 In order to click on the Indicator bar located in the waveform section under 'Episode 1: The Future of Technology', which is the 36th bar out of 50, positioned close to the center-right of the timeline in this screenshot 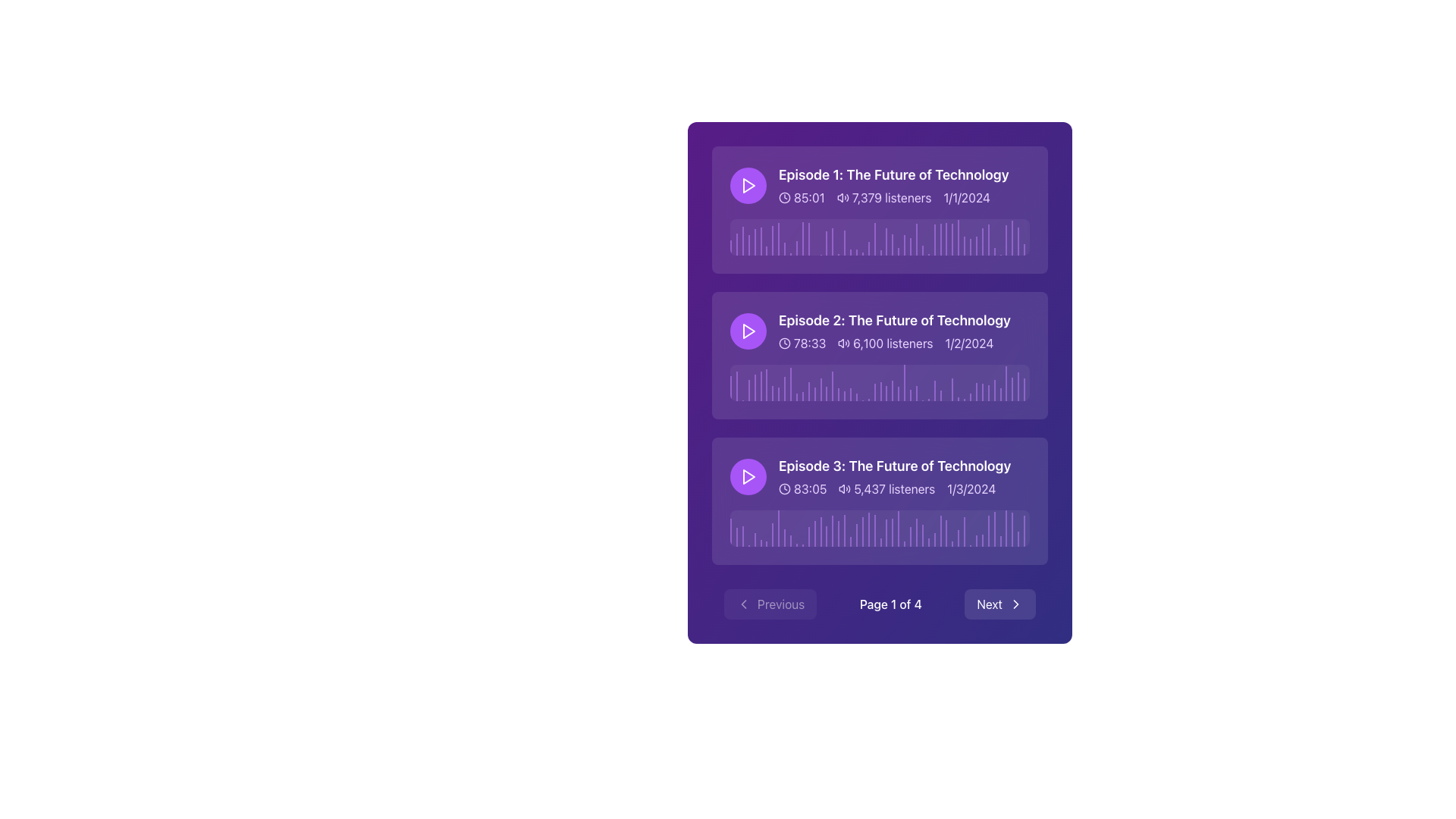, I will do `click(946, 239)`.